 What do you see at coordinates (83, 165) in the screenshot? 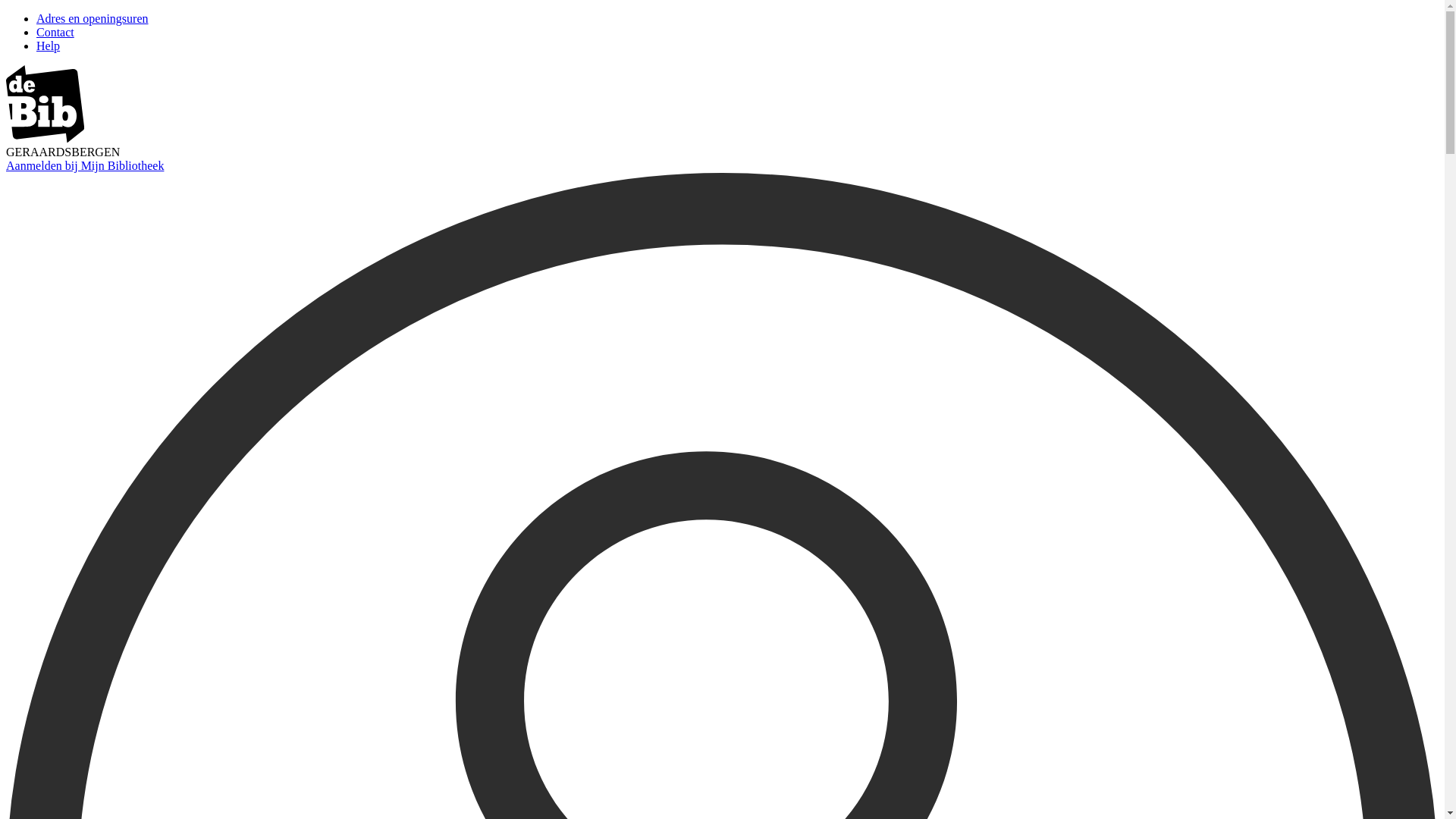
I see `'Aanmelden bij Mijn Bibliotheek'` at bounding box center [83, 165].